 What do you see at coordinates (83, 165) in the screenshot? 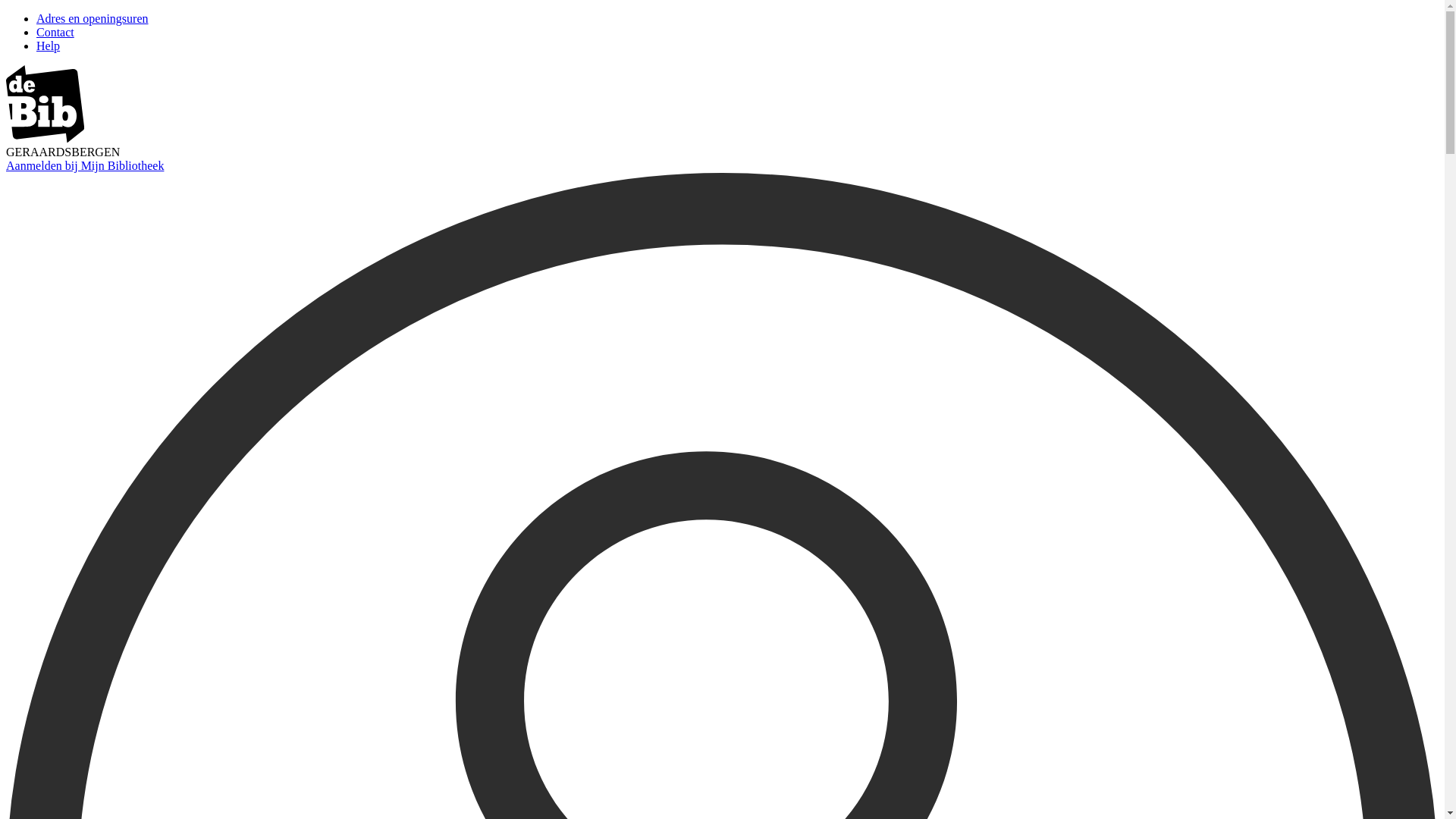
I see `'Aanmelden bij Mijn Bibliotheek'` at bounding box center [83, 165].